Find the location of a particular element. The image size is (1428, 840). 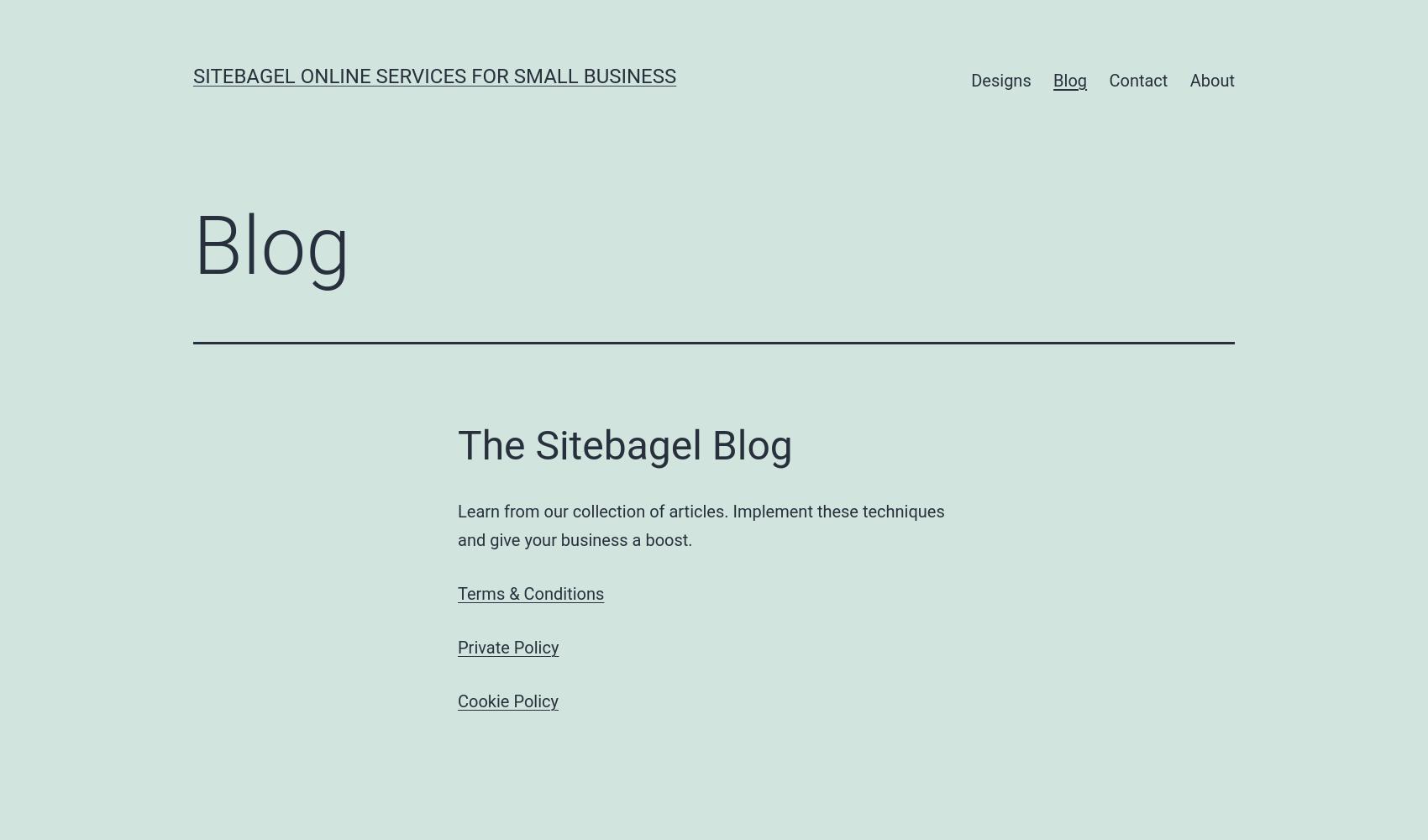

'Contact' is located at coordinates (1138, 80).